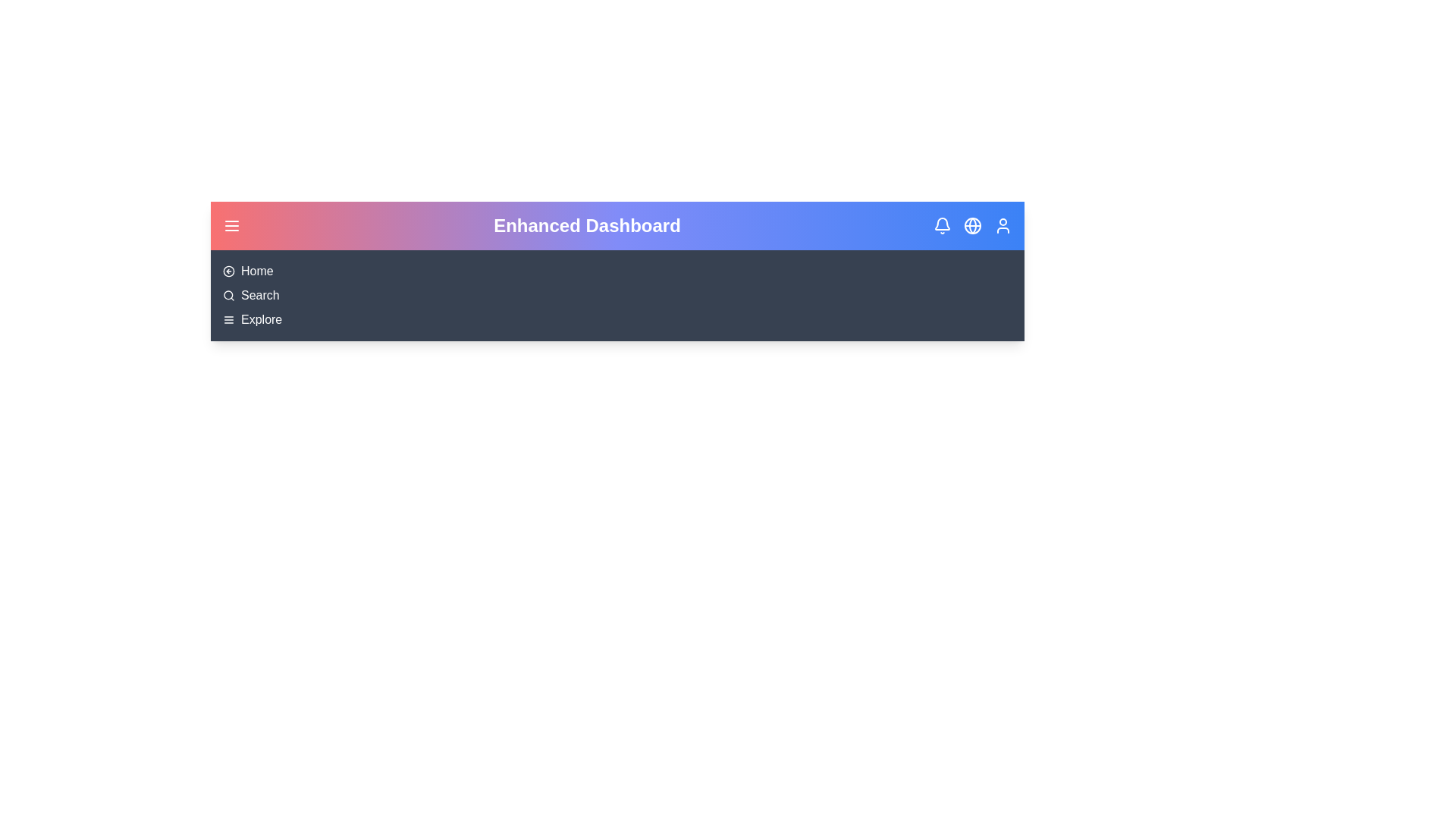  I want to click on the search element, so click(259, 295).